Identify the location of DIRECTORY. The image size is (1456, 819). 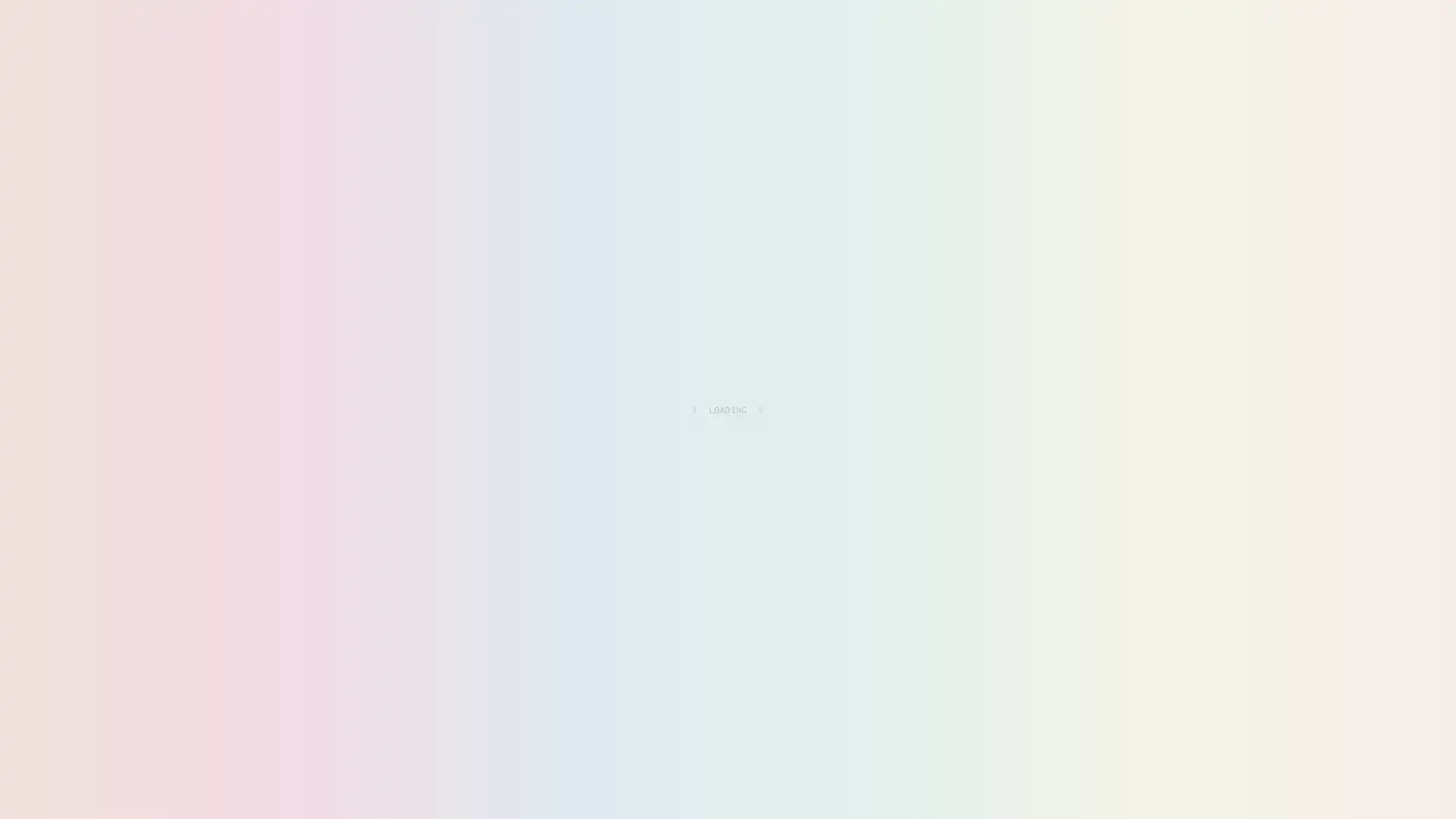
(520, 161).